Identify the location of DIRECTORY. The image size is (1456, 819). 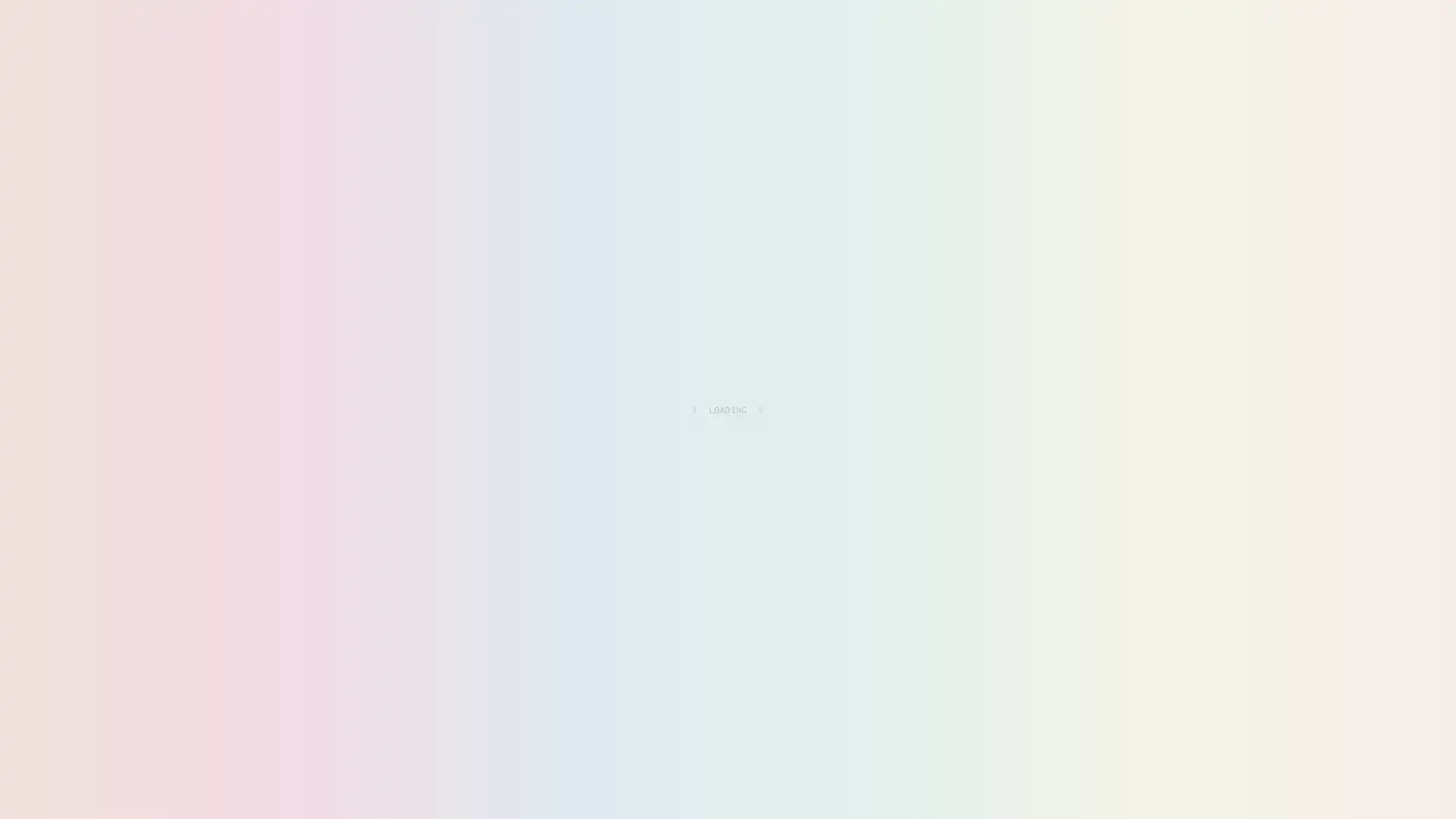
(520, 161).